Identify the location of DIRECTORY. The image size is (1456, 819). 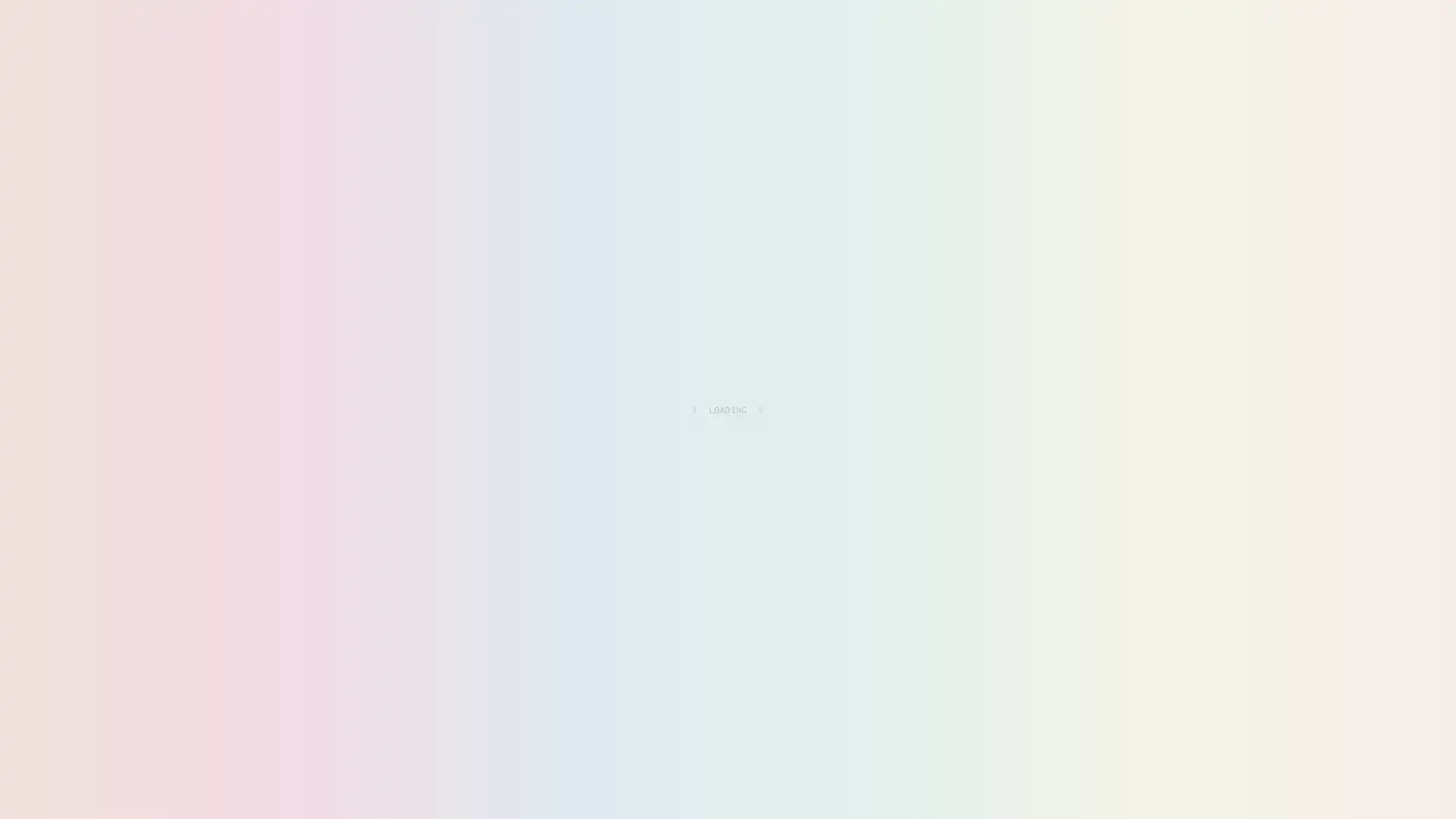
(520, 161).